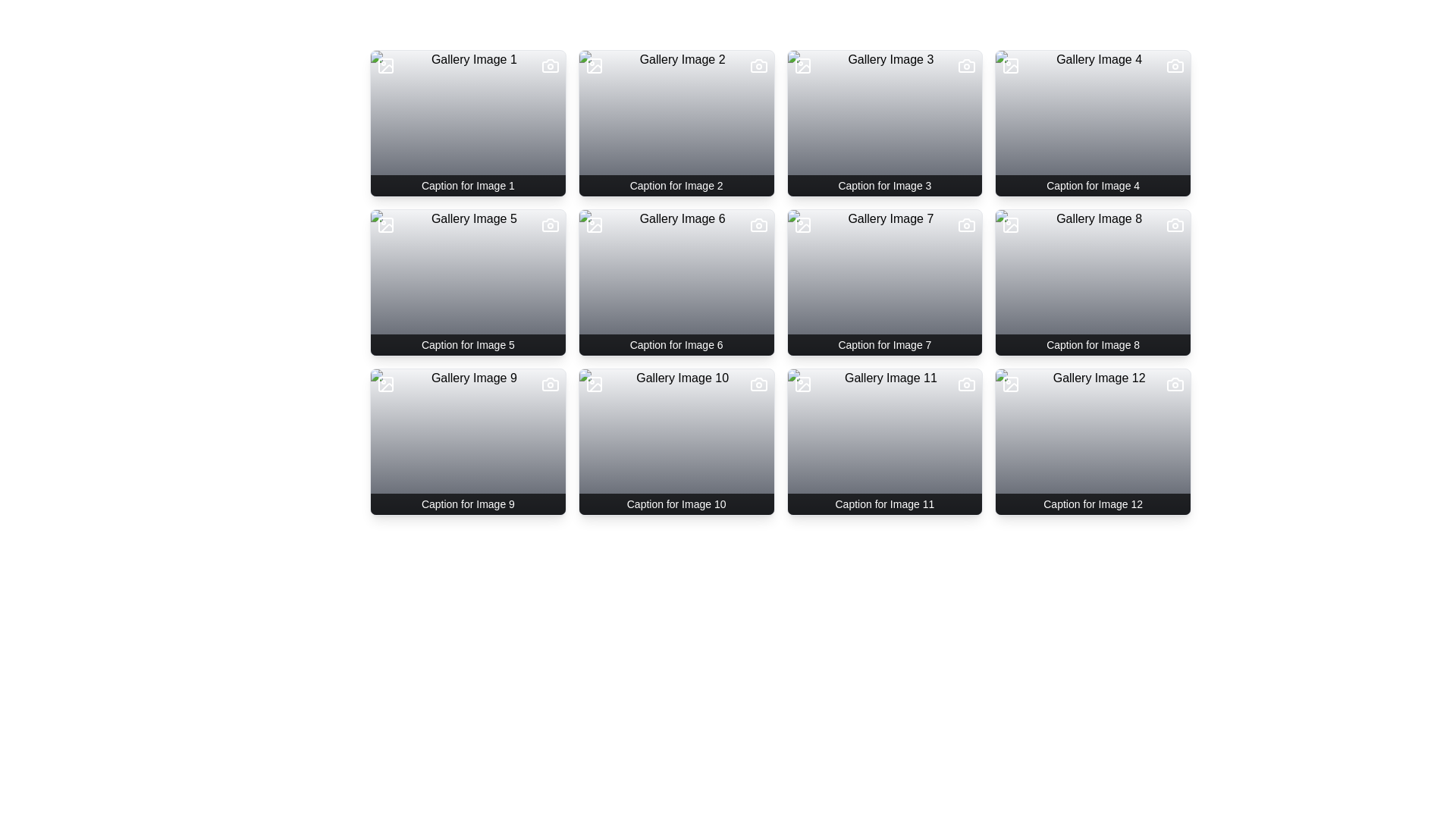  I want to click on the main body of the camera icon located in the top-right corner of the 'Gallery Image 3' card, so click(966, 65).